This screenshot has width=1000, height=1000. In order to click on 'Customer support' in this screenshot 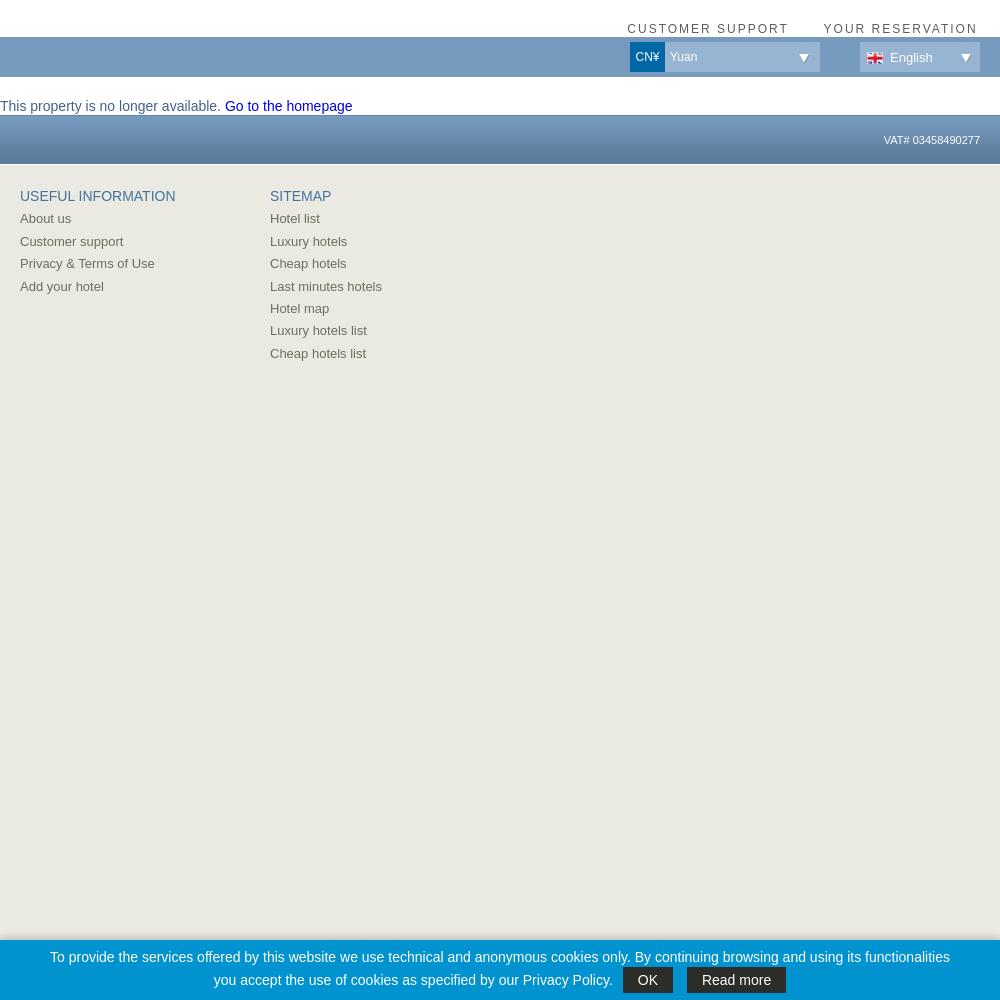, I will do `click(70, 239)`.